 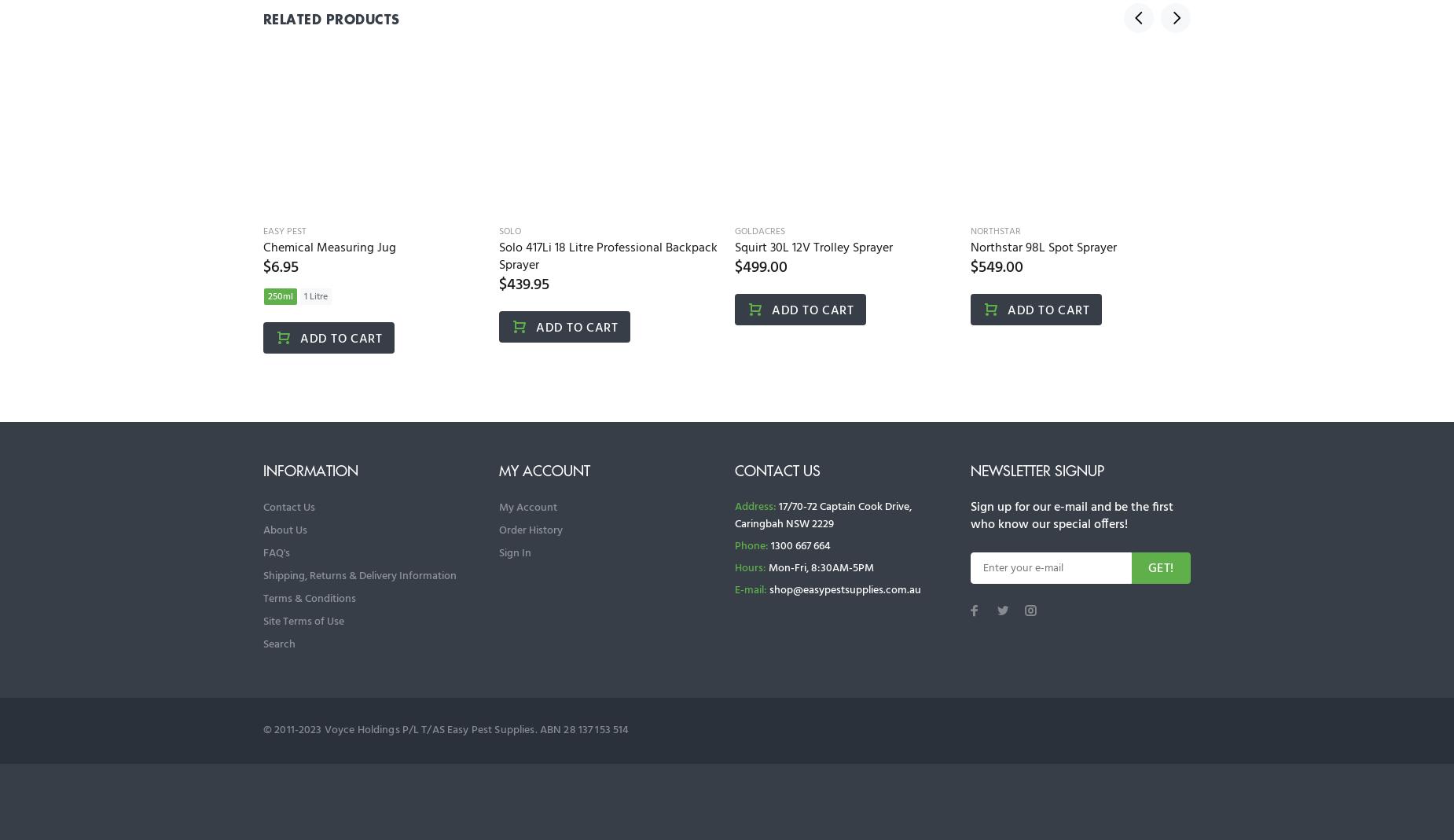 What do you see at coordinates (755, 506) in the screenshot?
I see `'Address:'` at bounding box center [755, 506].